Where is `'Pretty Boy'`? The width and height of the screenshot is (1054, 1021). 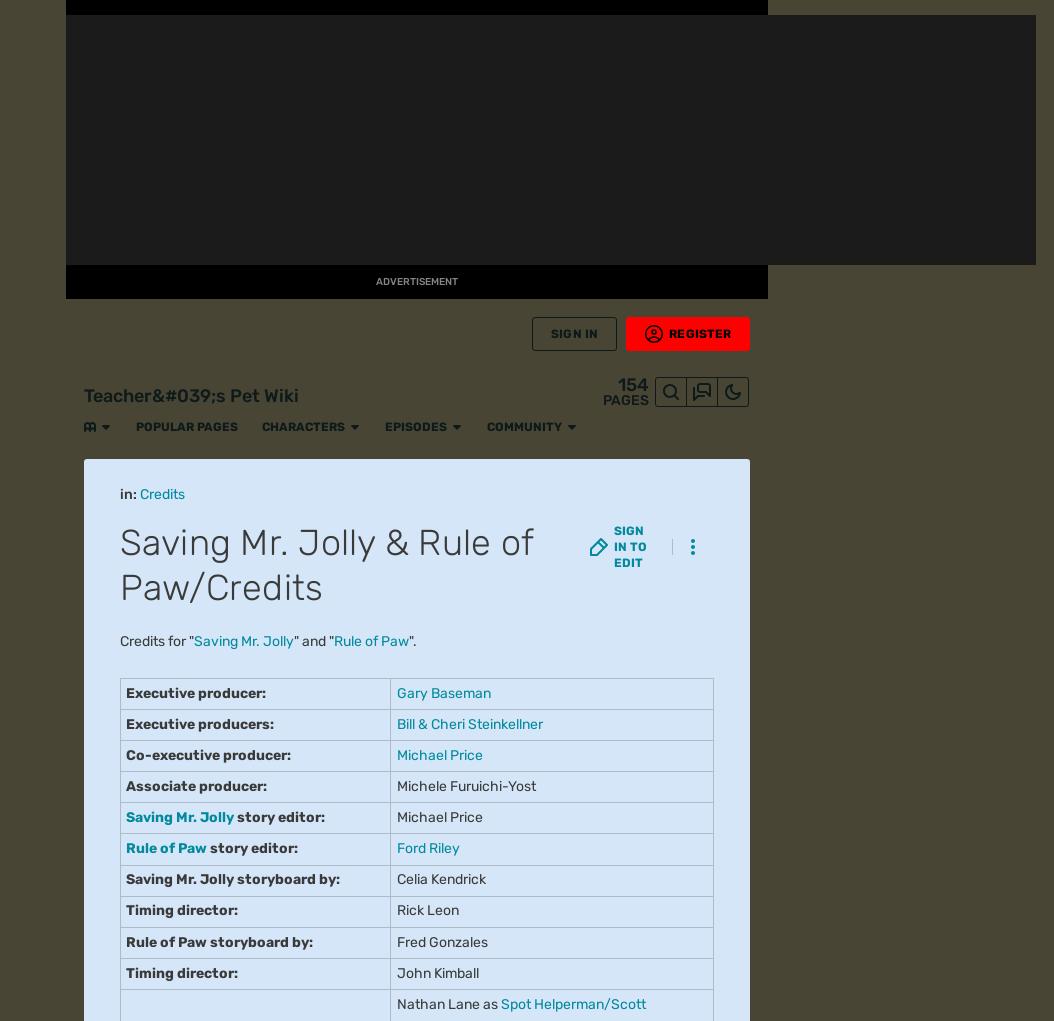
'Pretty Boy' is located at coordinates (219, 269).